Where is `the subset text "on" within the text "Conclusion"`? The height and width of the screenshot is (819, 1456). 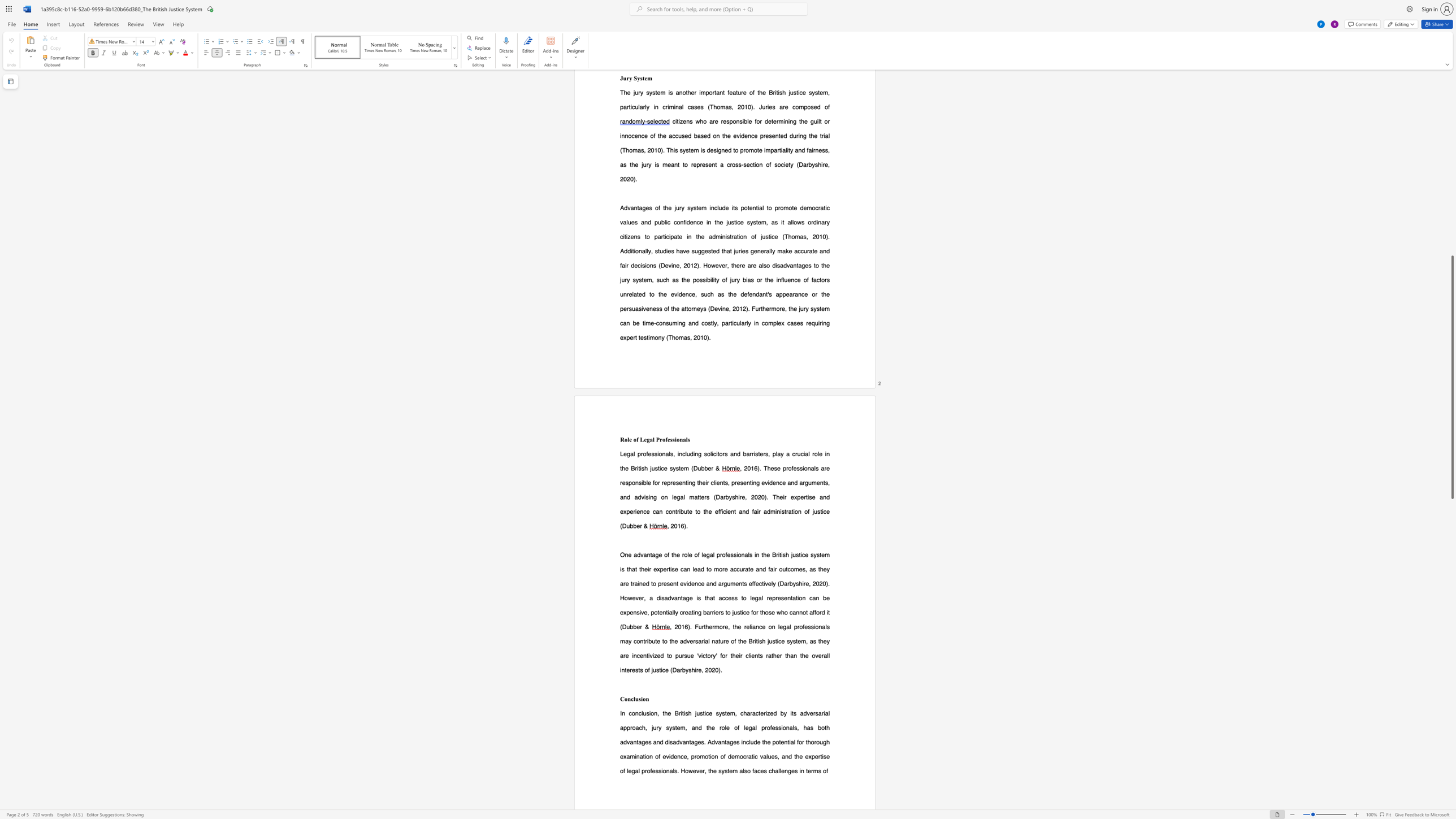
the subset text "on" within the text "Conclusion" is located at coordinates (642, 698).